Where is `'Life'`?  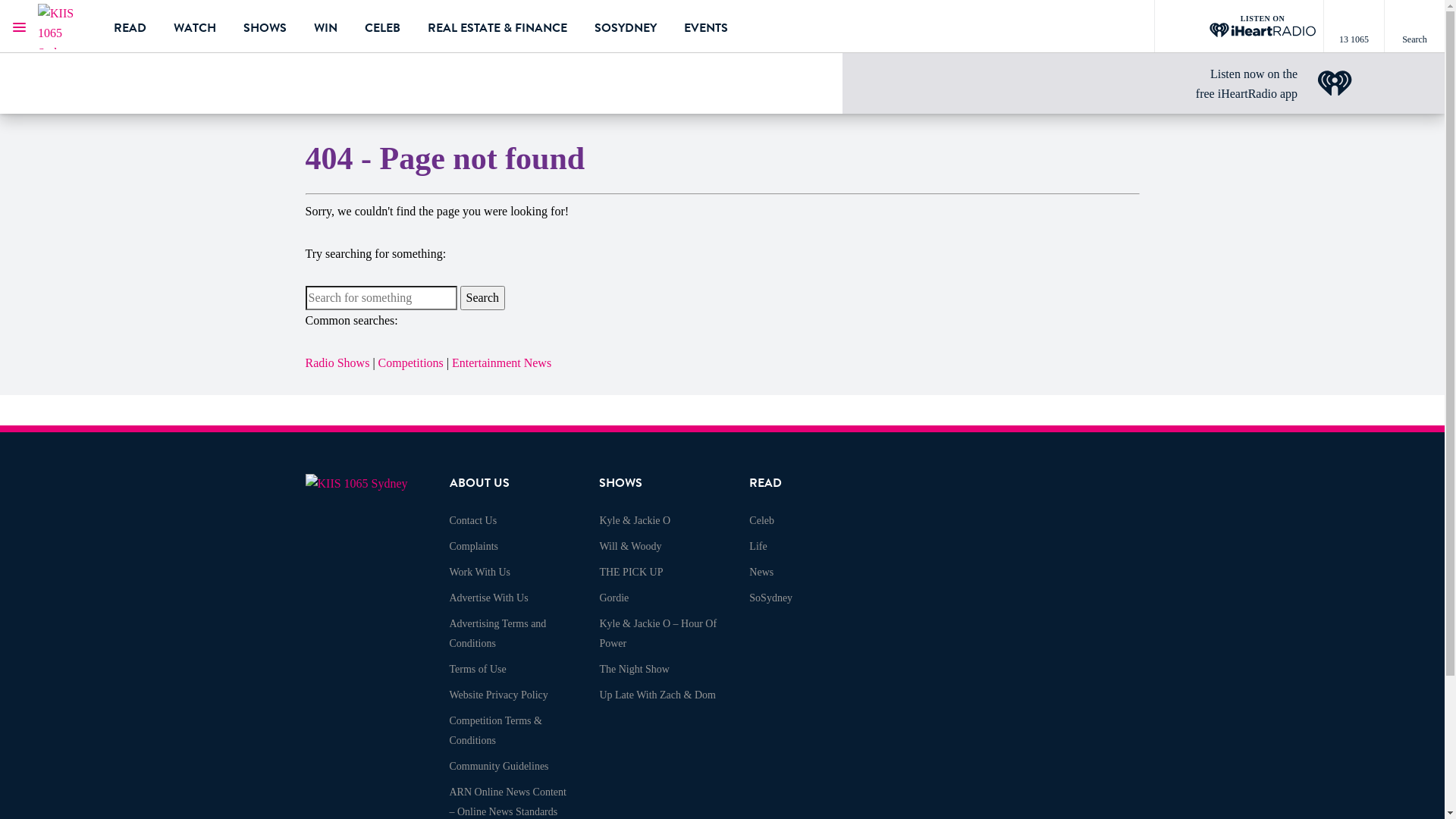 'Life' is located at coordinates (758, 546).